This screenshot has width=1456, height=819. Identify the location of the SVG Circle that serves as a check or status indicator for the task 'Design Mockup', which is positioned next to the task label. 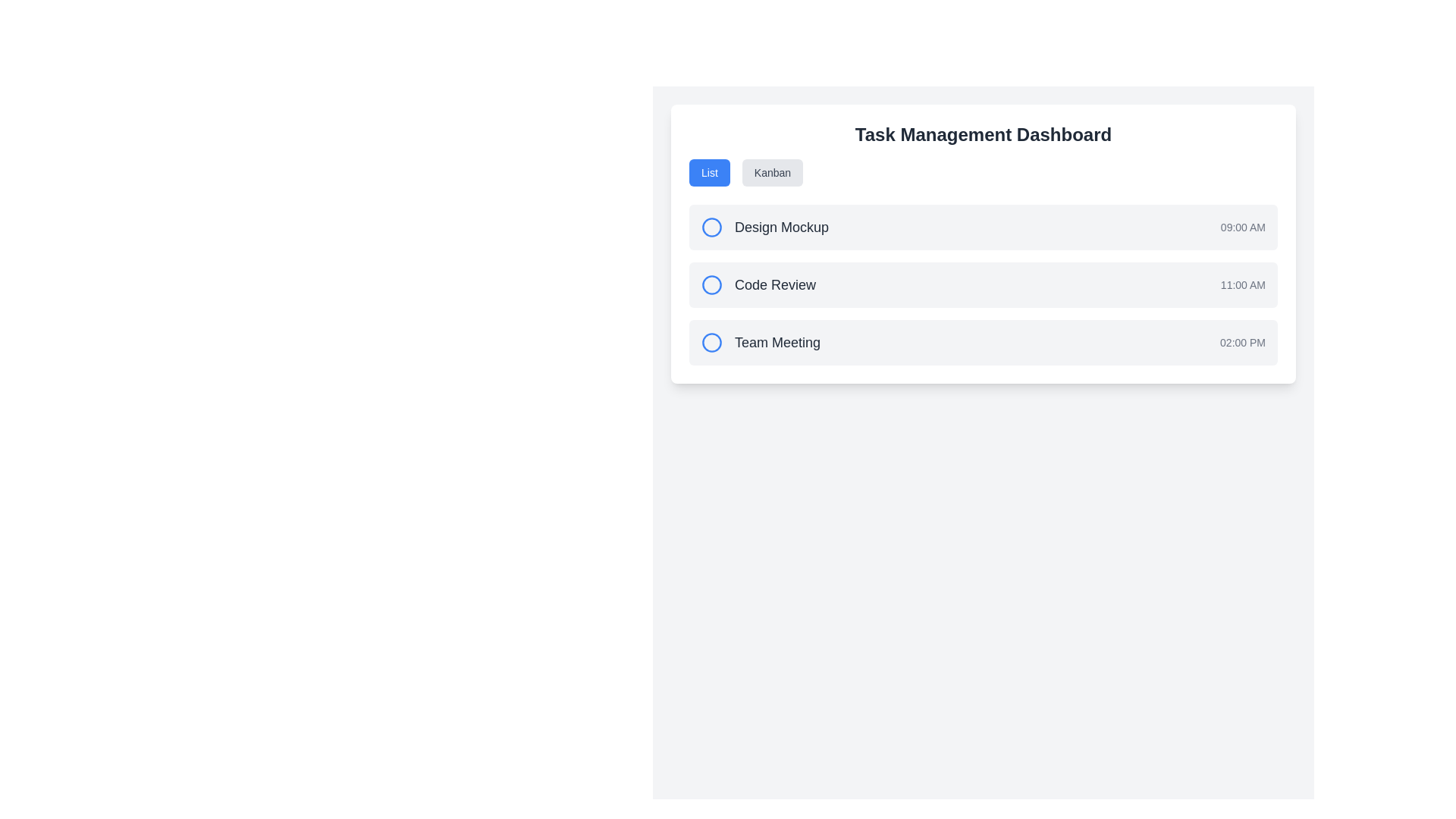
(711, 227).